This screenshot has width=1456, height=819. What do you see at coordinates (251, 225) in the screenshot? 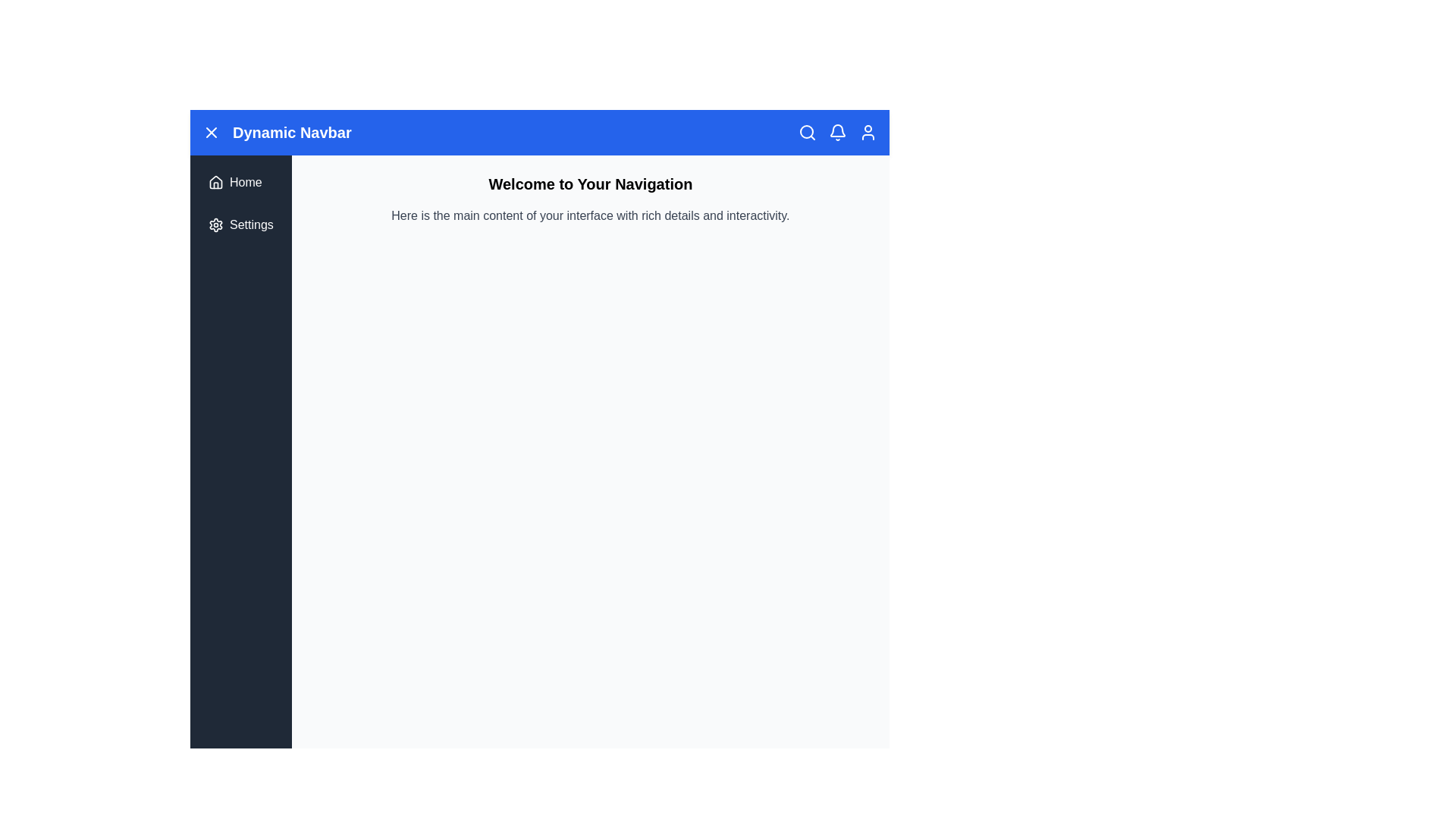
I see `the Text Label located below the 'Home' section in the left sidebar navigation menu that indicates navigation to the settings section` at bounding box center [251, 225].